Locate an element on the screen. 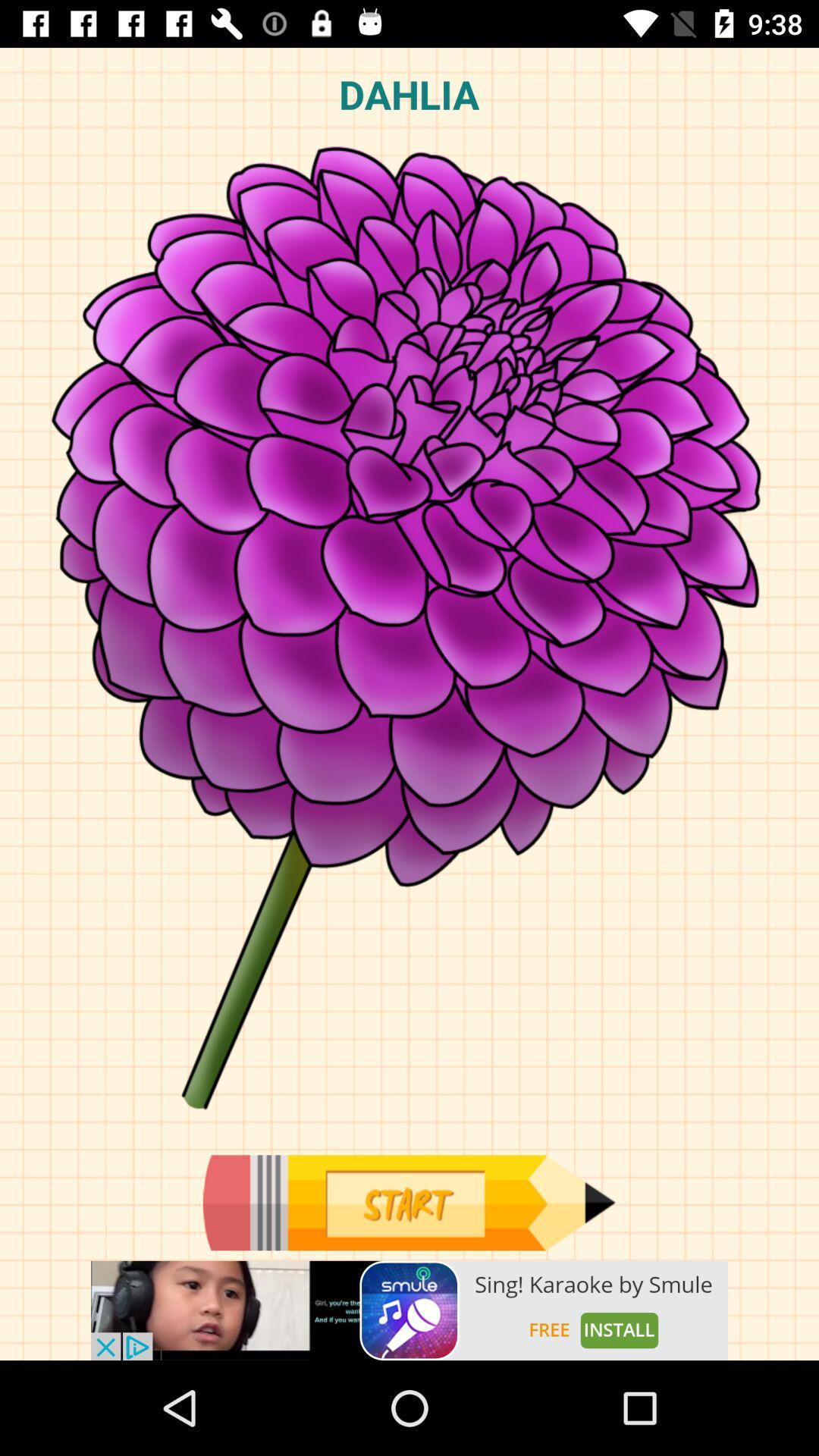 The image size is (819, 1456). start the picture is located at coordinates (408, 1202).